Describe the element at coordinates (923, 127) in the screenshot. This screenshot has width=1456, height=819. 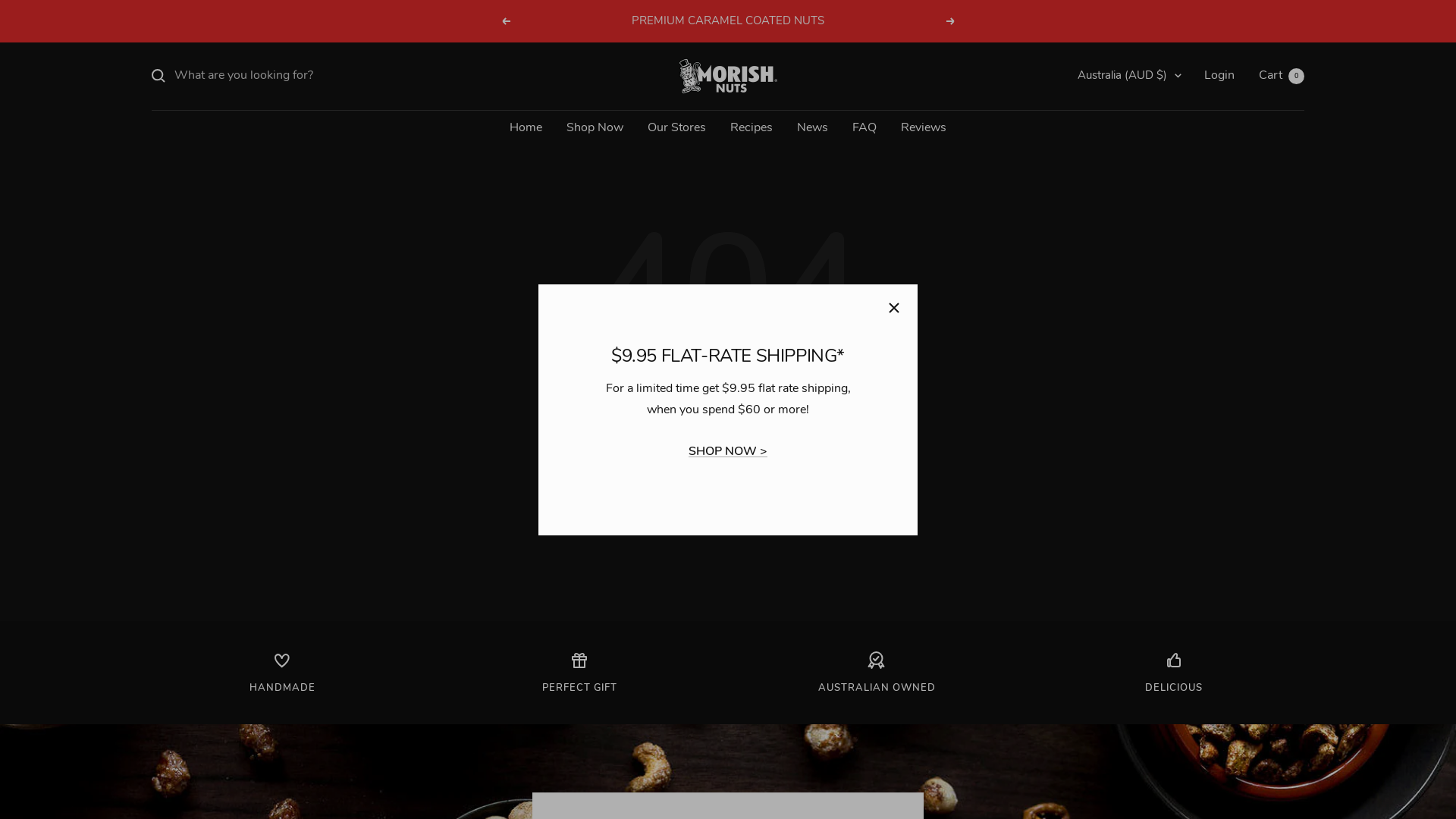
I see `'Reviews'` at that location.